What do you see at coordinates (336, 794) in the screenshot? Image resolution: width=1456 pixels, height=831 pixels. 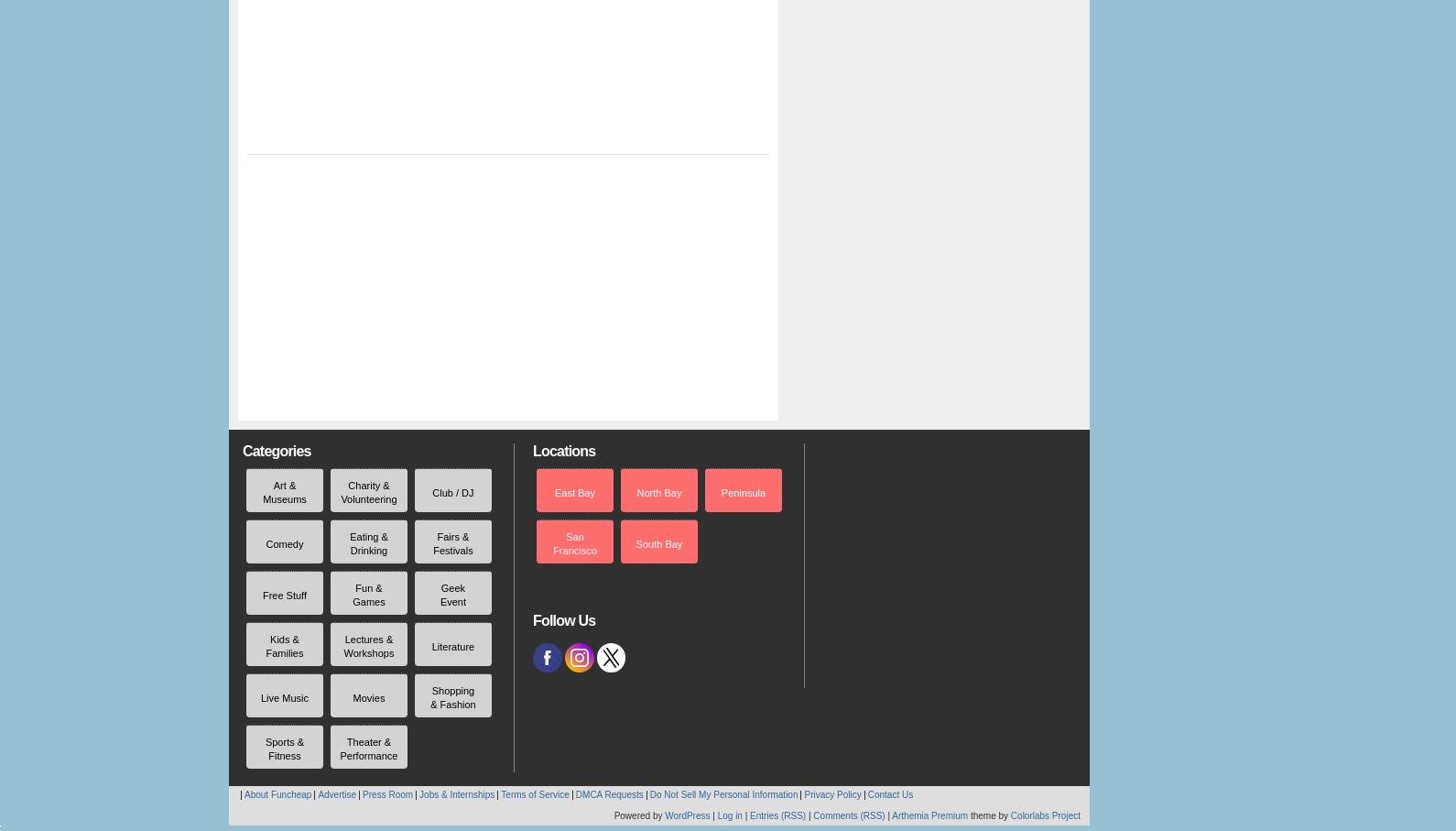 I see `'Advertise'` at bounding box center [336, 794].